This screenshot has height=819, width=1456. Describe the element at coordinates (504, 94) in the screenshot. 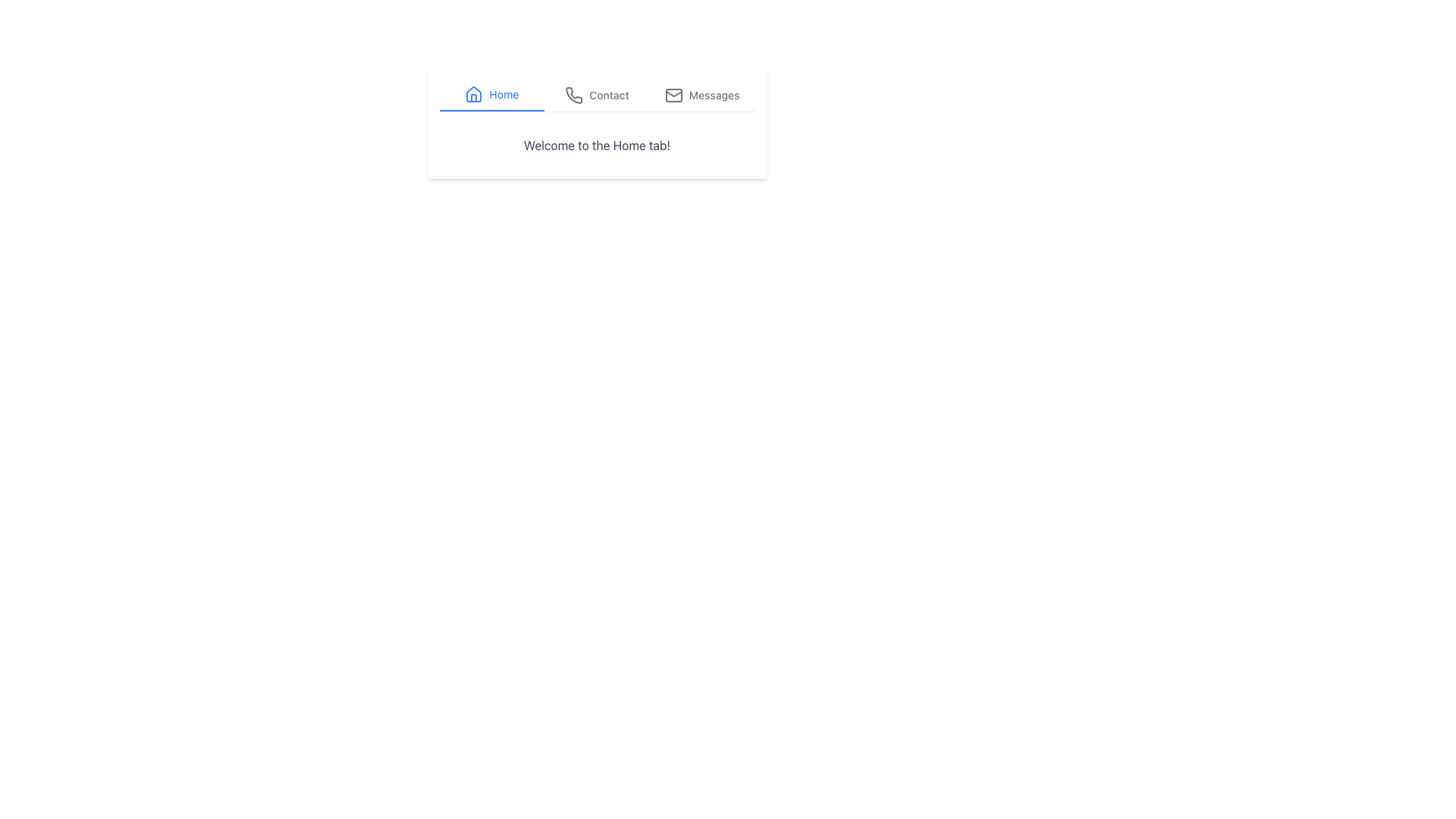

I see `the 'Home' text element in the navigation bar` at that location.